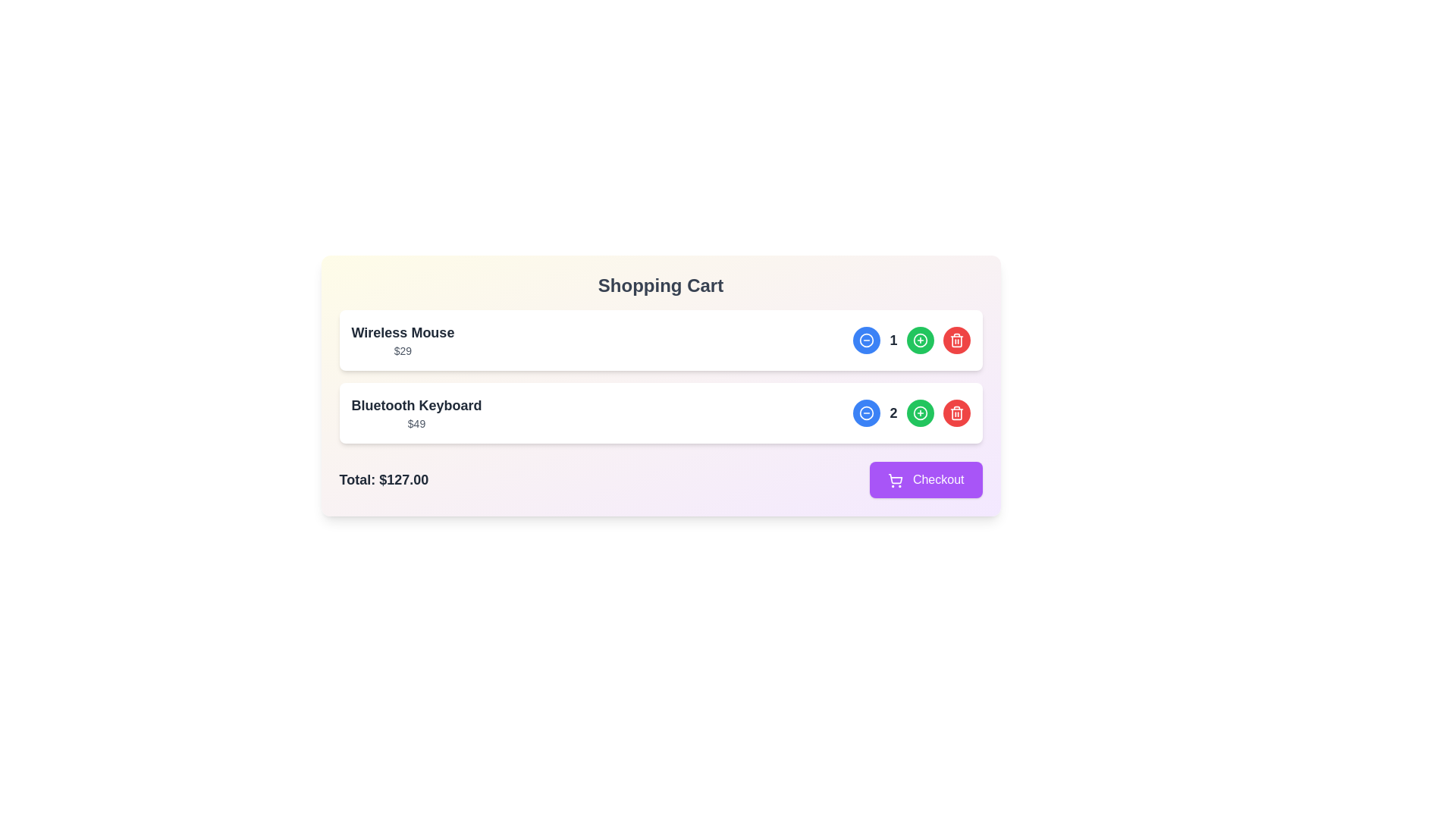  Describe the element at coordinates (893, 413) in the screenshot. I see `the bold gray numeric text '2' displayed` at that location.